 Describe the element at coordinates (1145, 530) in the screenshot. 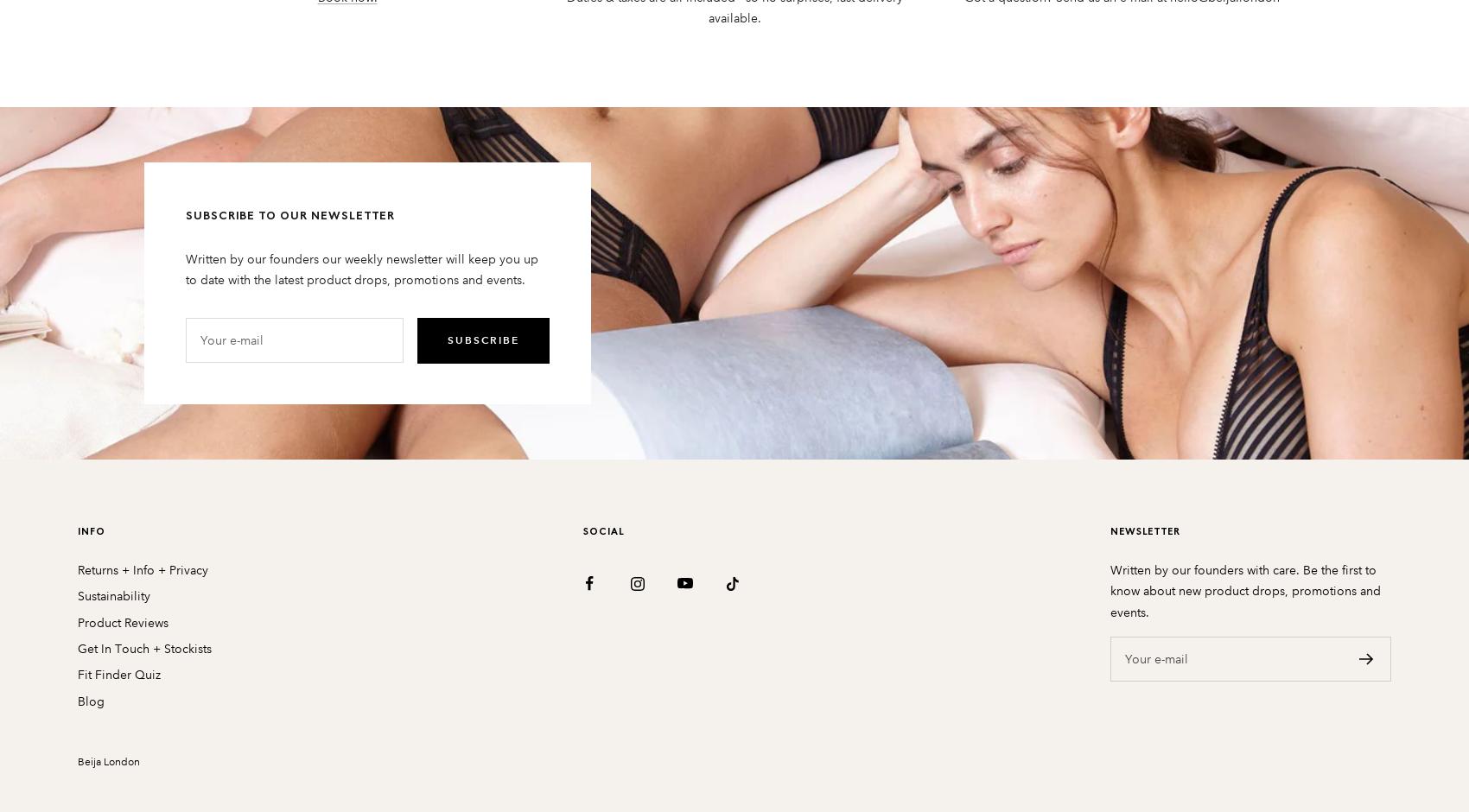

I see `'NEWSLETTER'` at that location.